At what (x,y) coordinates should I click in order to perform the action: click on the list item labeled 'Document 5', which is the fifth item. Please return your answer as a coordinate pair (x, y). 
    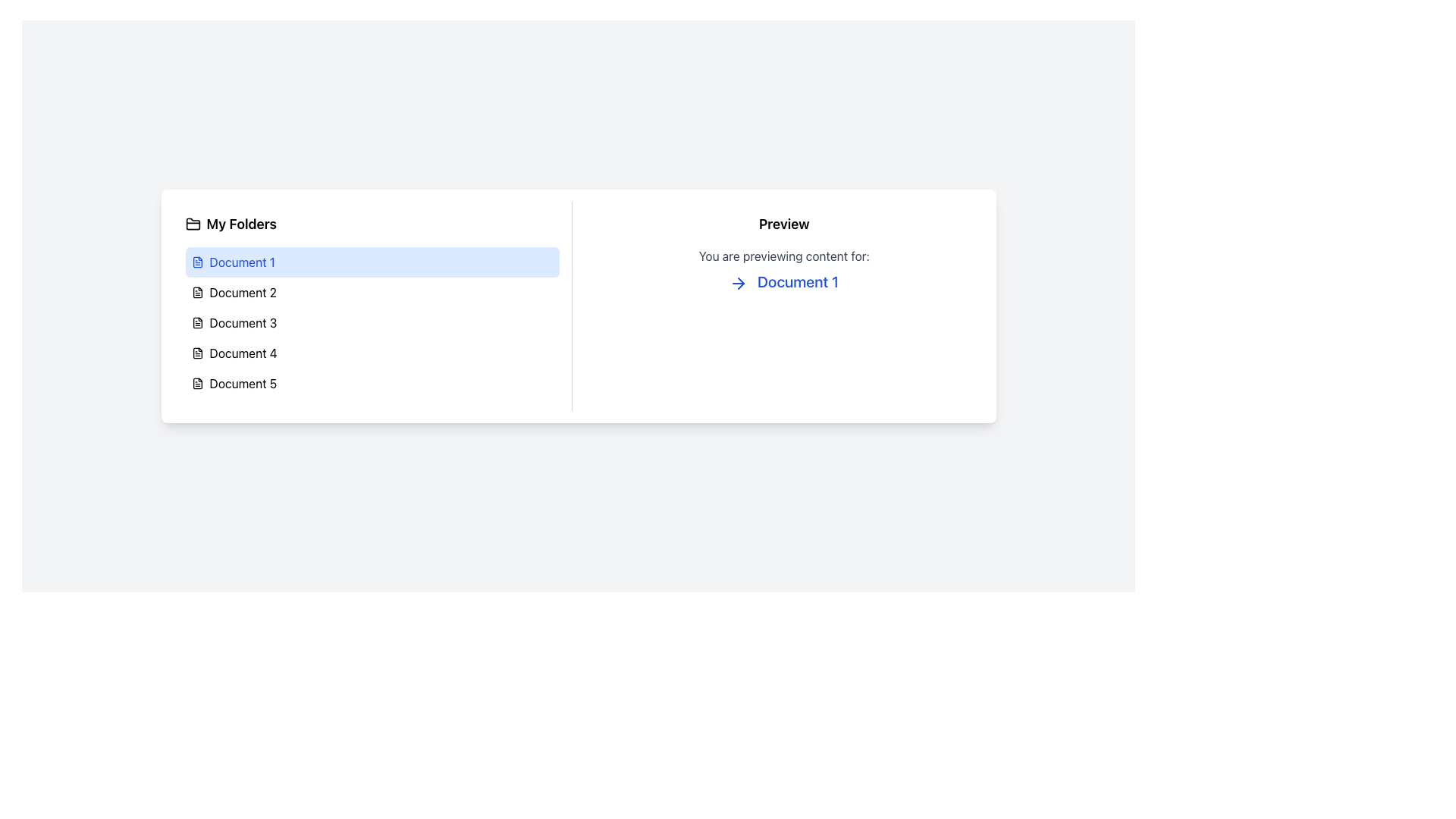
    Looking at the image, I should click on (372, 382).